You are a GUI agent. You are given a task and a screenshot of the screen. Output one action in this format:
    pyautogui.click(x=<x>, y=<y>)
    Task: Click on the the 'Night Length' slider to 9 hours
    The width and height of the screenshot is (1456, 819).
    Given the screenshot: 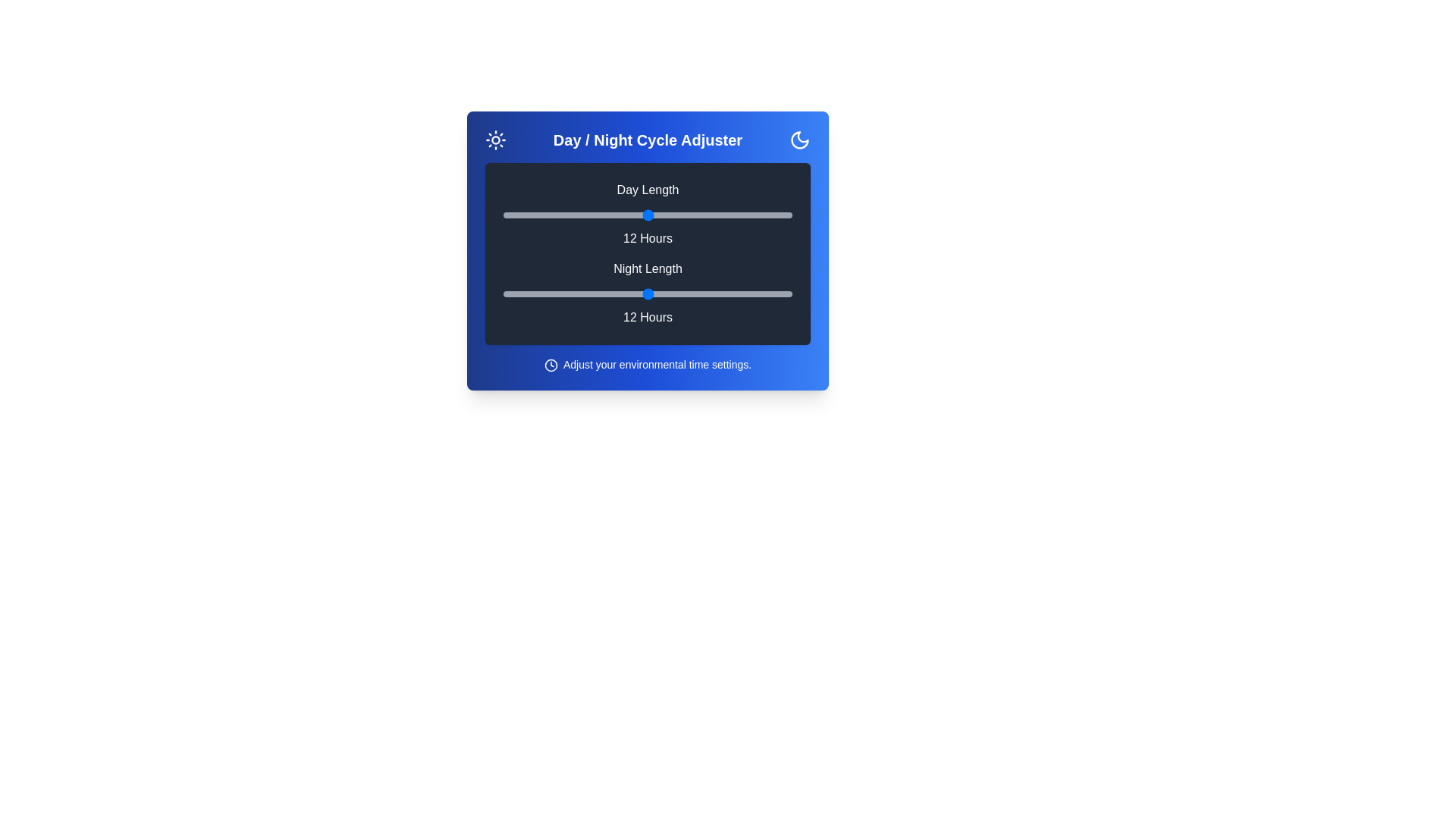 What is the action you would take?
    pyautogui.click(x=575, y=294)
    